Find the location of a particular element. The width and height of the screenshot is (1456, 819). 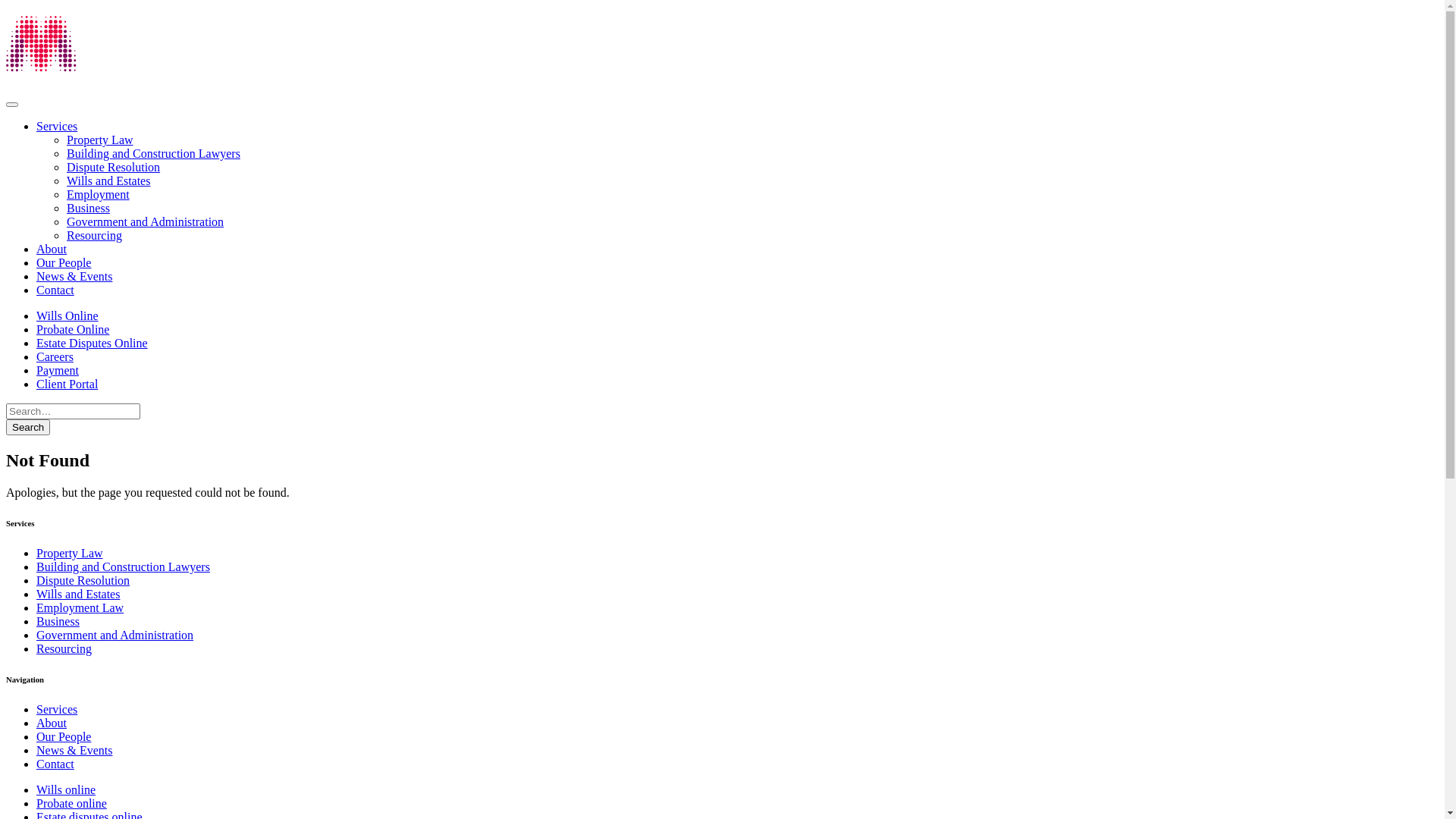

'Probate online' is located at coordinates (71, 802).